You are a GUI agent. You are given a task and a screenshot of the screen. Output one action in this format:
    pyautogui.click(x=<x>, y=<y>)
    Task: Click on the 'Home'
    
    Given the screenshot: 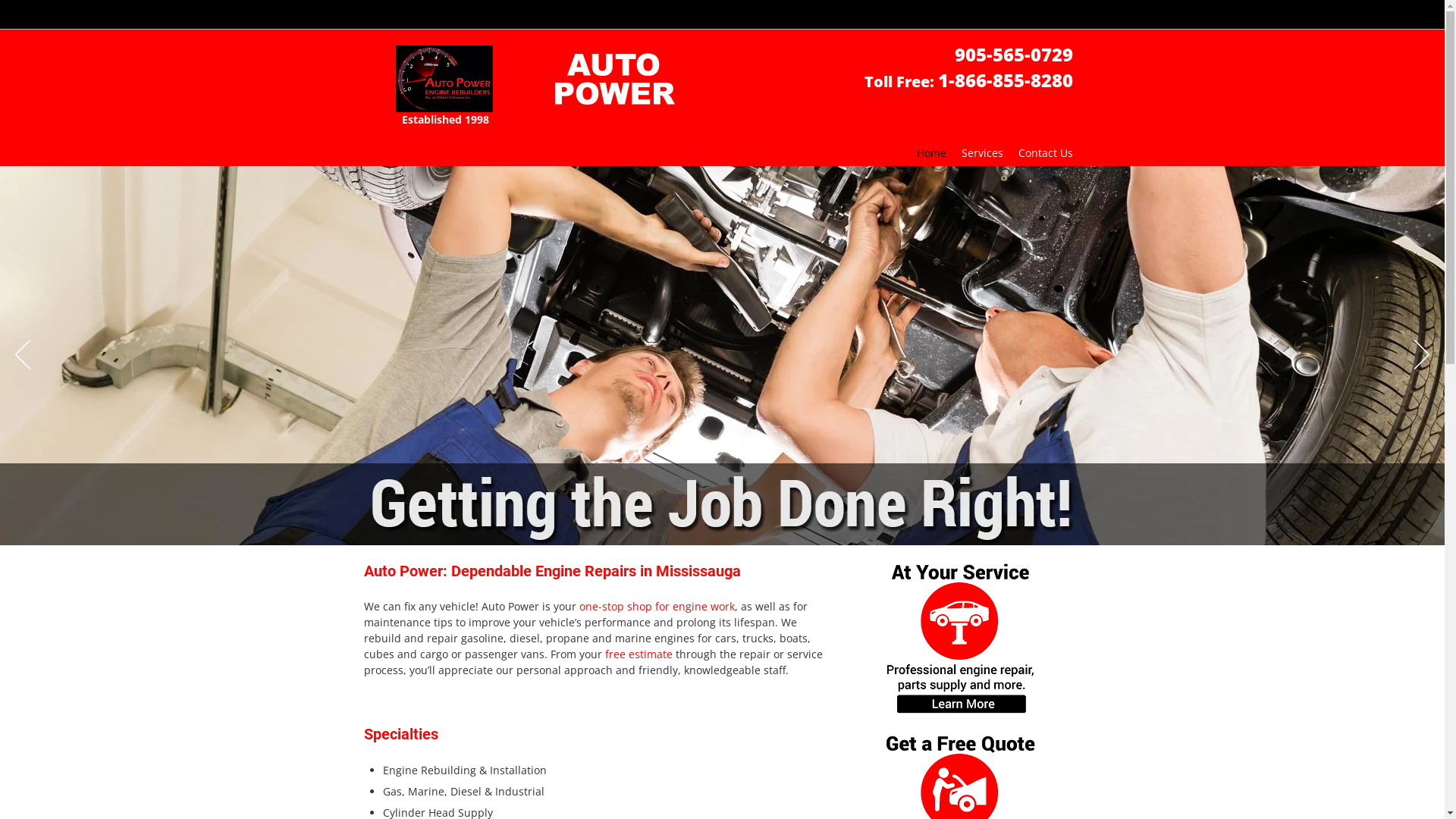 What is the action you would take?
    pyautogui.click(x=908, y=152)
    